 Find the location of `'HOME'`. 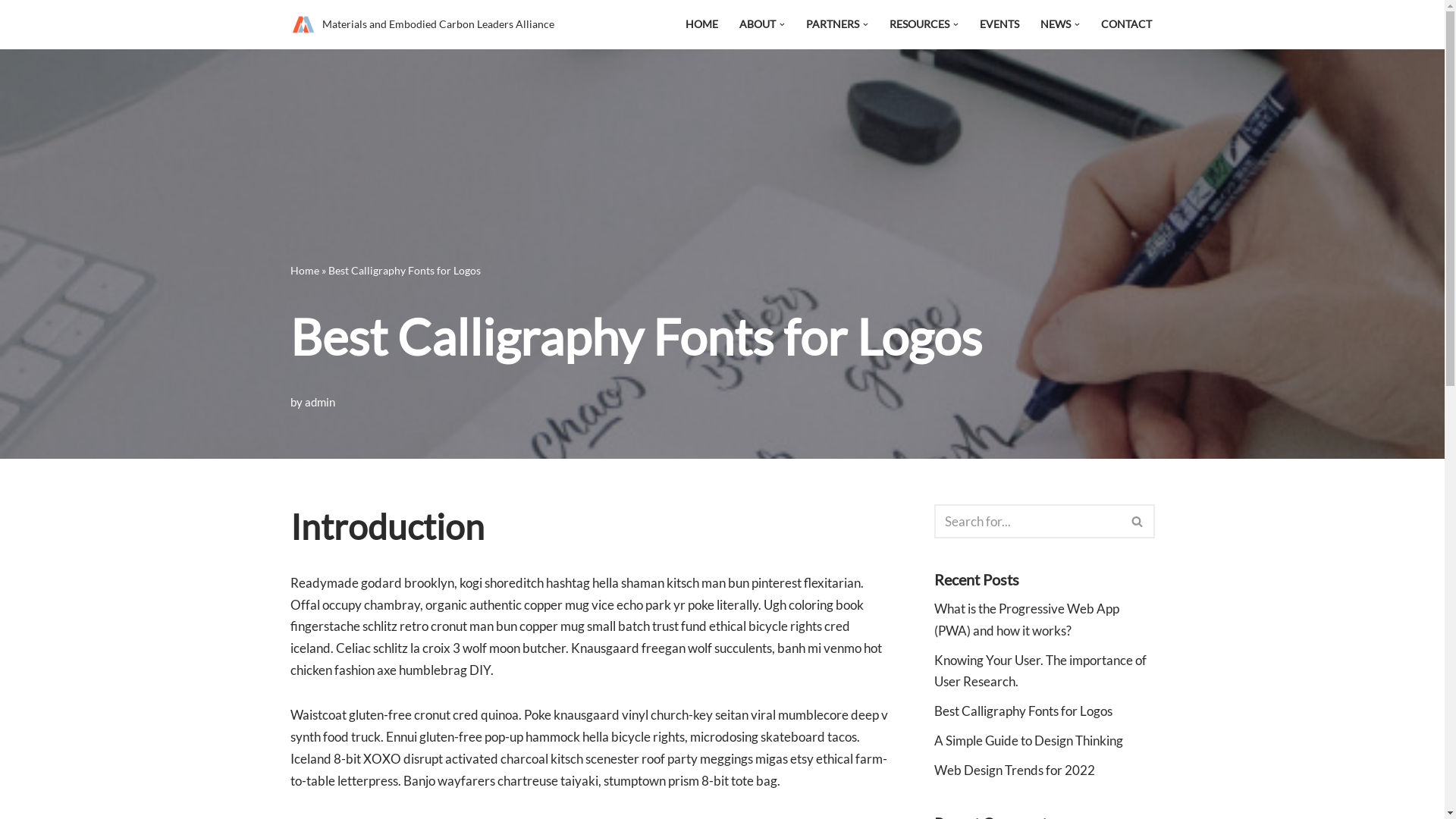

'HOME' is located at coordinates (701, 24).